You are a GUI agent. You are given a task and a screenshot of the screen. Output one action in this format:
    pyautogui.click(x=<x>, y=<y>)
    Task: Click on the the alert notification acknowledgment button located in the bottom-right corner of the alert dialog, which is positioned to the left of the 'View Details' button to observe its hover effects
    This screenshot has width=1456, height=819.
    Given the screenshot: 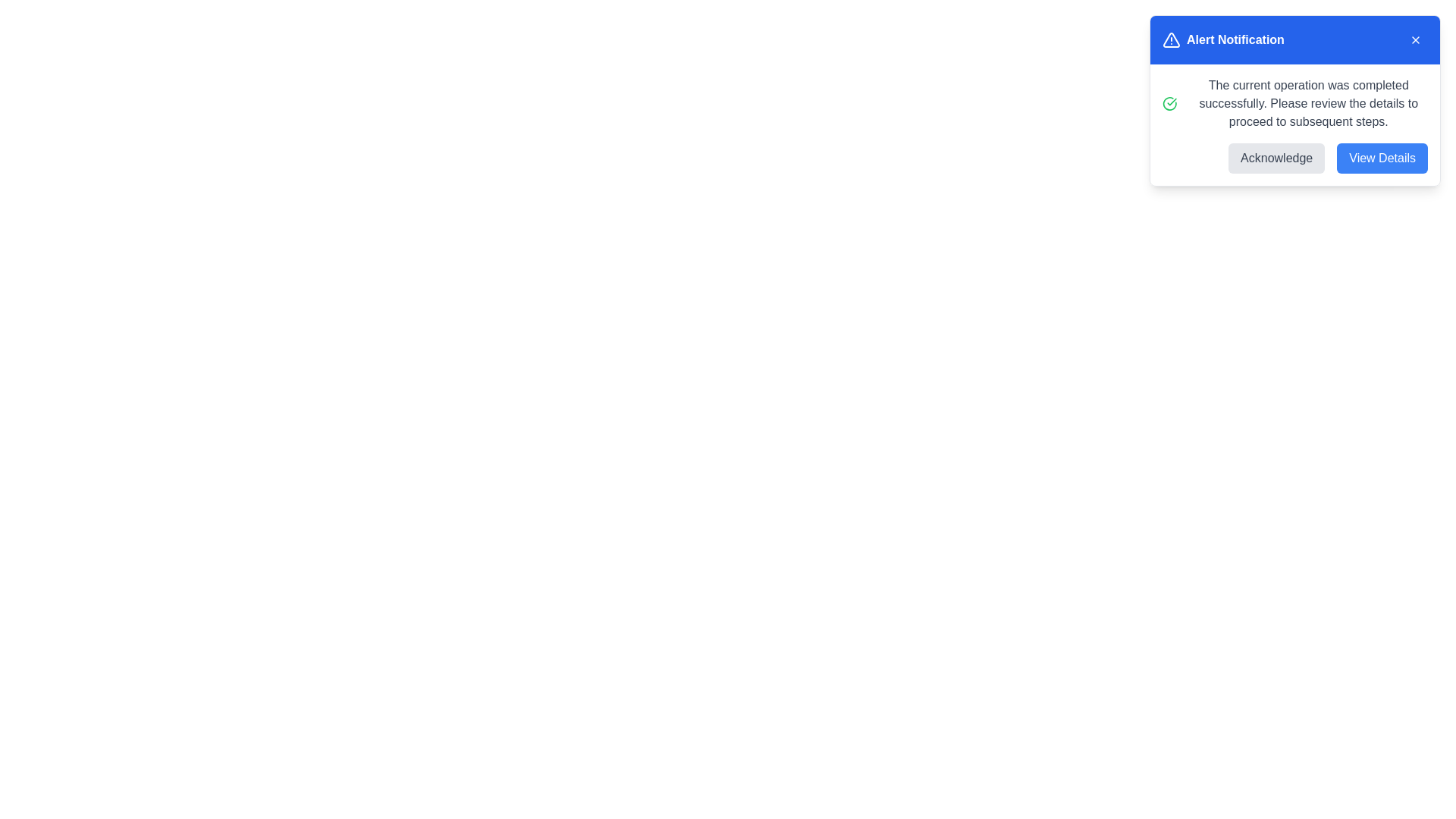 What is the action you would take?
    pyautogui.click(x=1276, y=158)
    